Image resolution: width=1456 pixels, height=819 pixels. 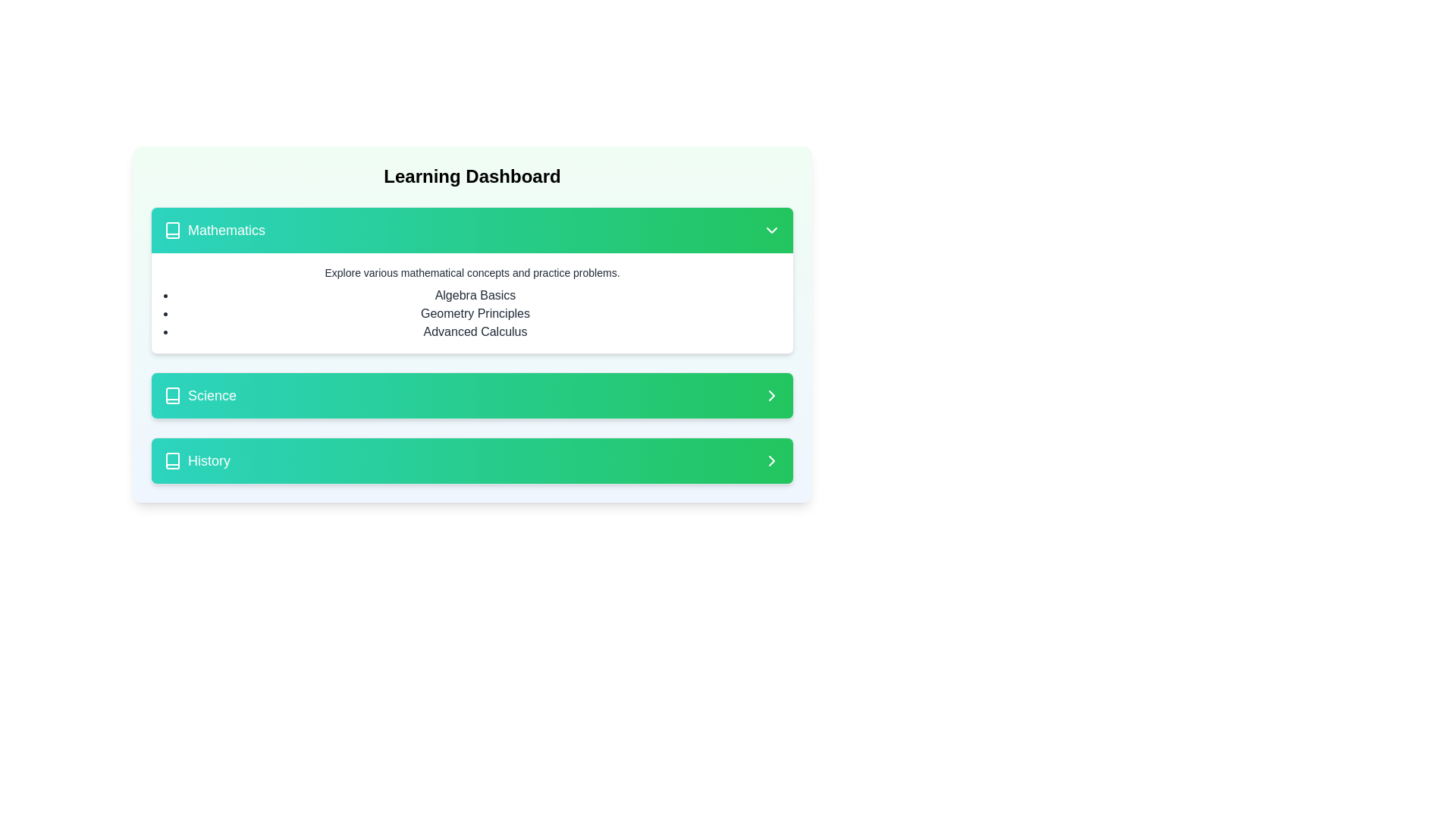 I want to click on the text block that contains the description 'Explore various mathematical concepts and practice problems.' by moving the cursor to its center point, so click(x=472, y=271).